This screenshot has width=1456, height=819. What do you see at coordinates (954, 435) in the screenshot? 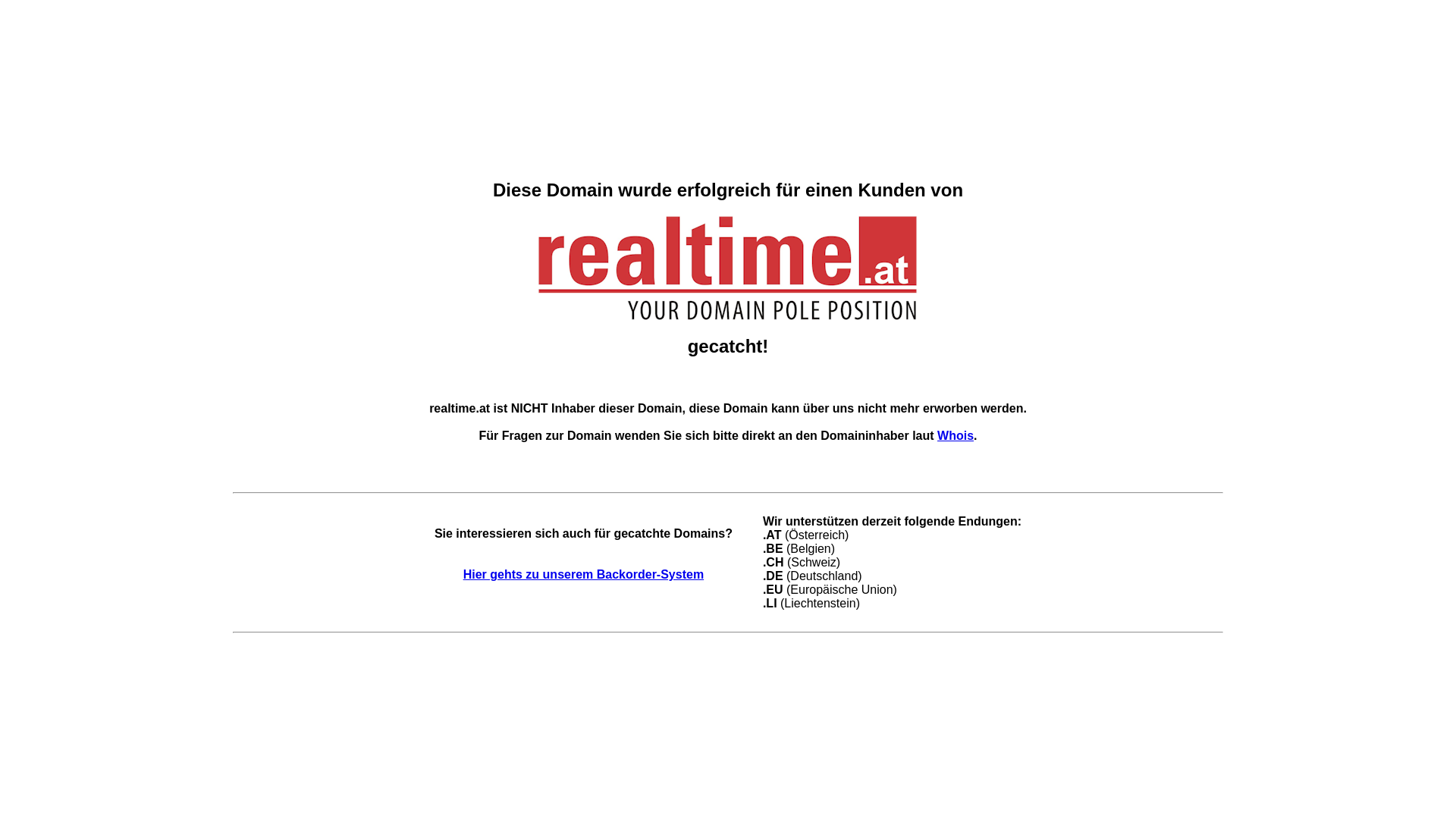
I see `'Whois'` at bounding box center [954, 435].